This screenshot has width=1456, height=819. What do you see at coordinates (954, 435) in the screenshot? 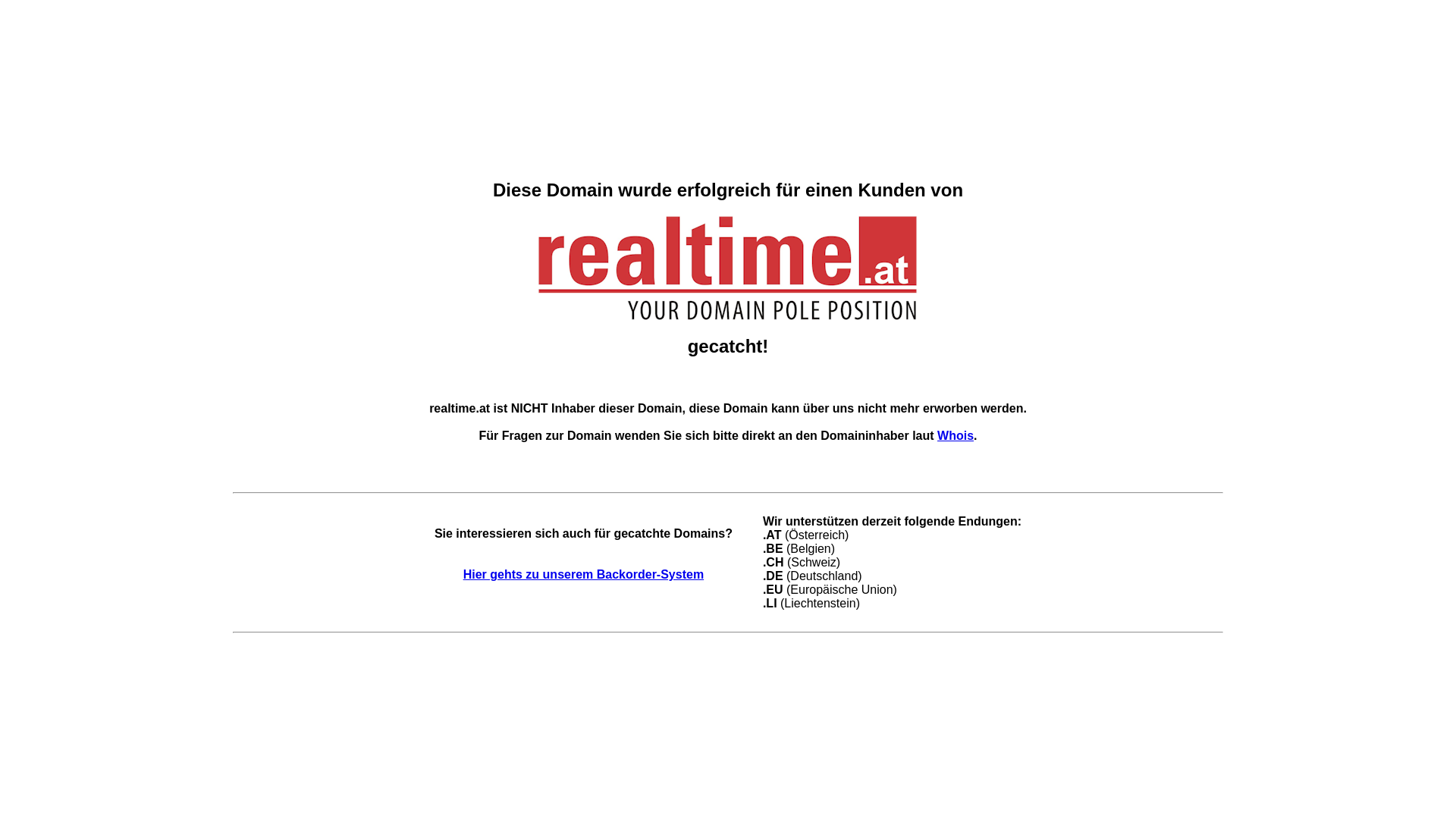
I see `'Whois'` at bounding box center [954, 435].